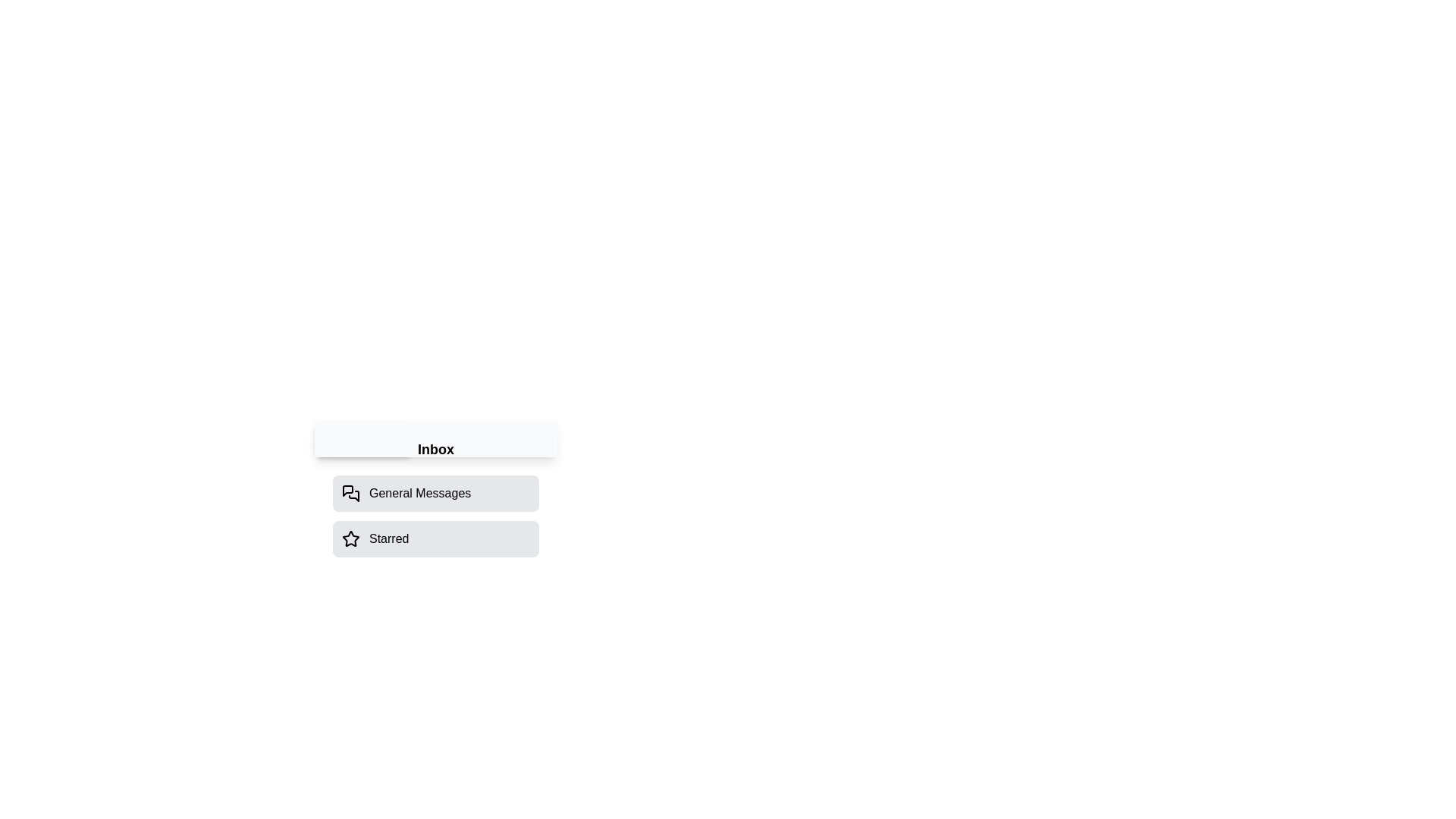 This screenshot has height=819, width=1456. Describe the element at coordinates (435, 449) in the screenshot. I see `the 'Inbox' header text to select it` at that location.